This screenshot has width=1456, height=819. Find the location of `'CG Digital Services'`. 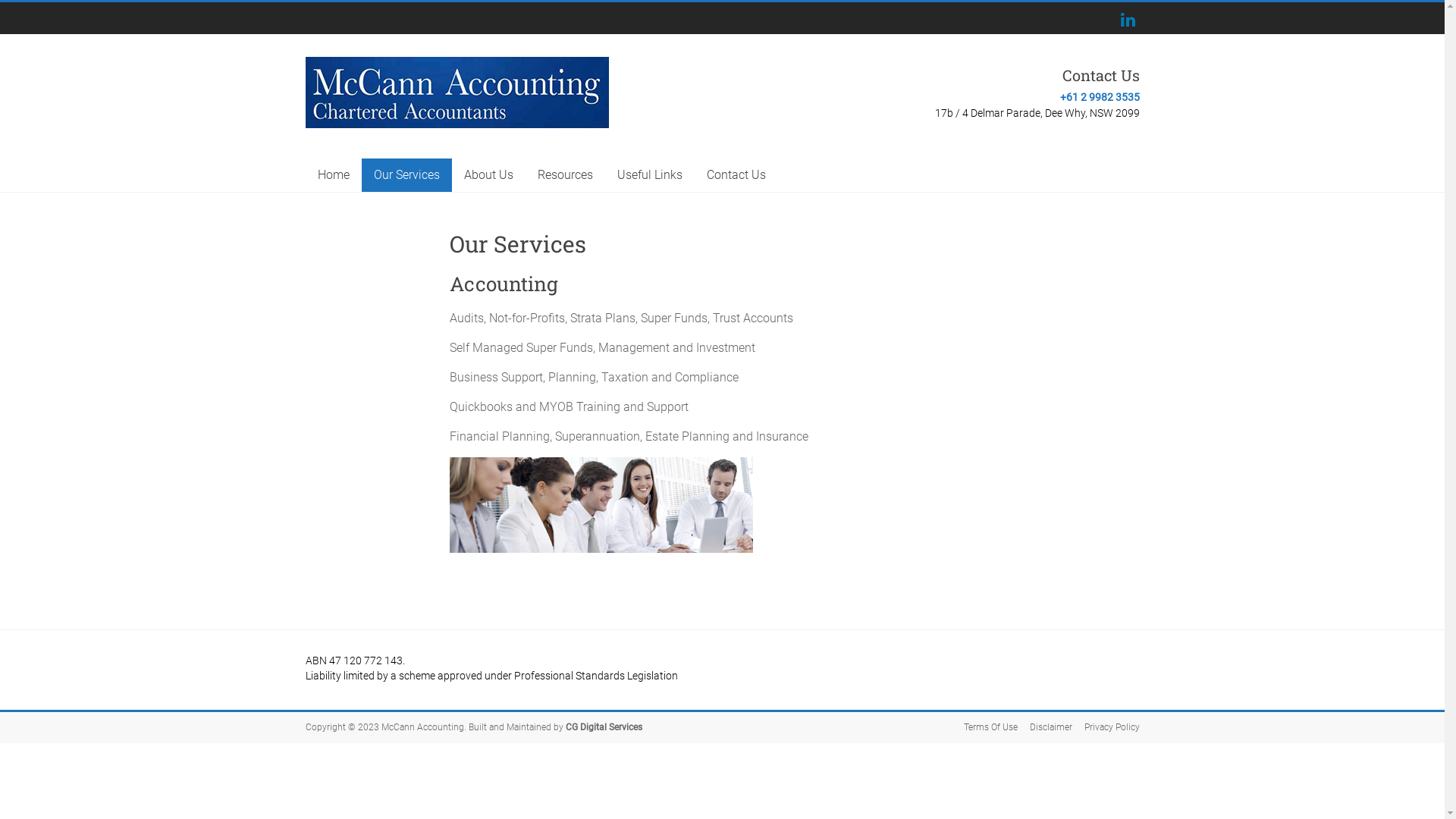

'CG Digital Services' is located at coordinates (603, 726).